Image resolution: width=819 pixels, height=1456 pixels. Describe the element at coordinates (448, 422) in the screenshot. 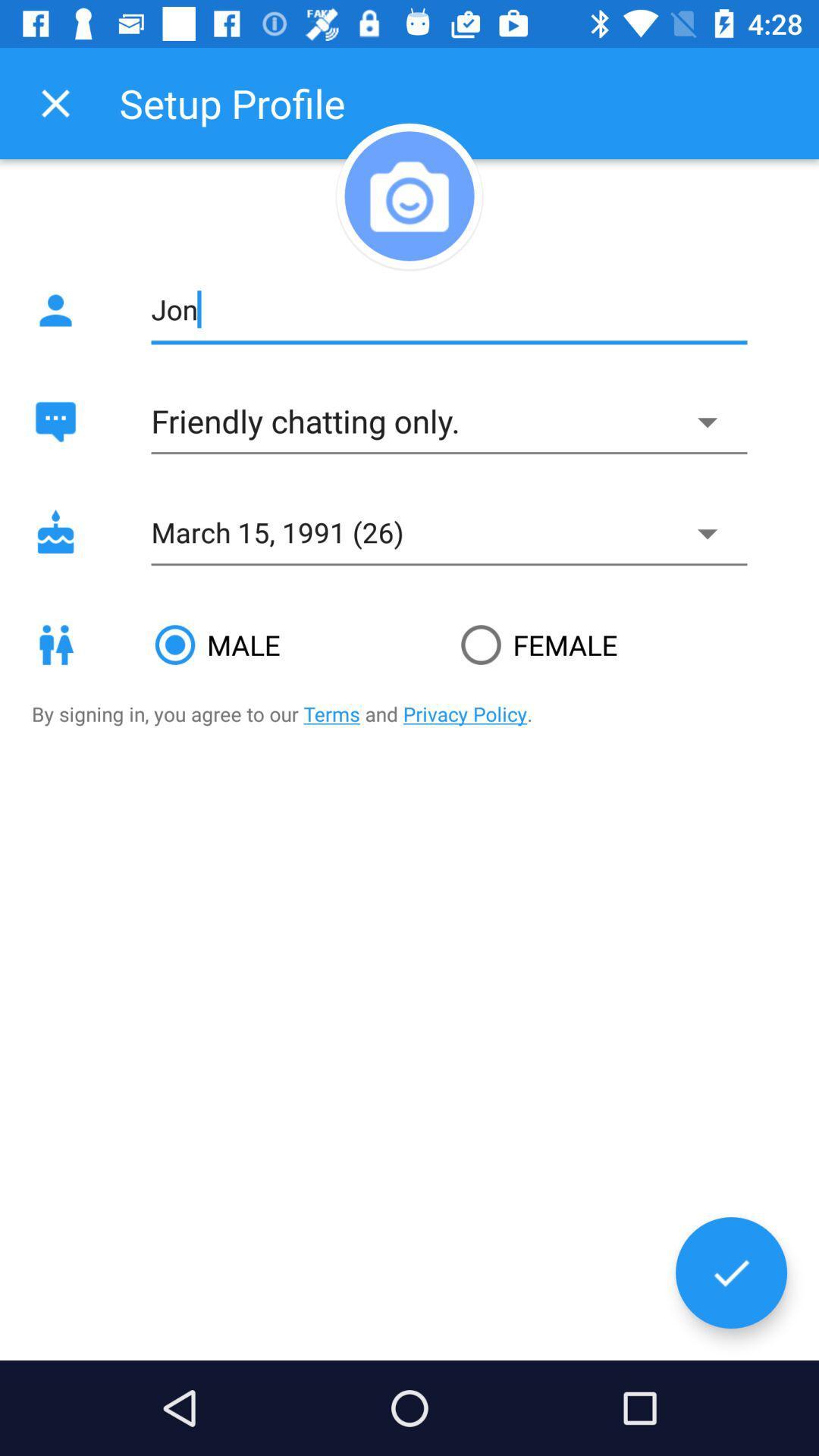

I see `friendly chatting only` at that location.